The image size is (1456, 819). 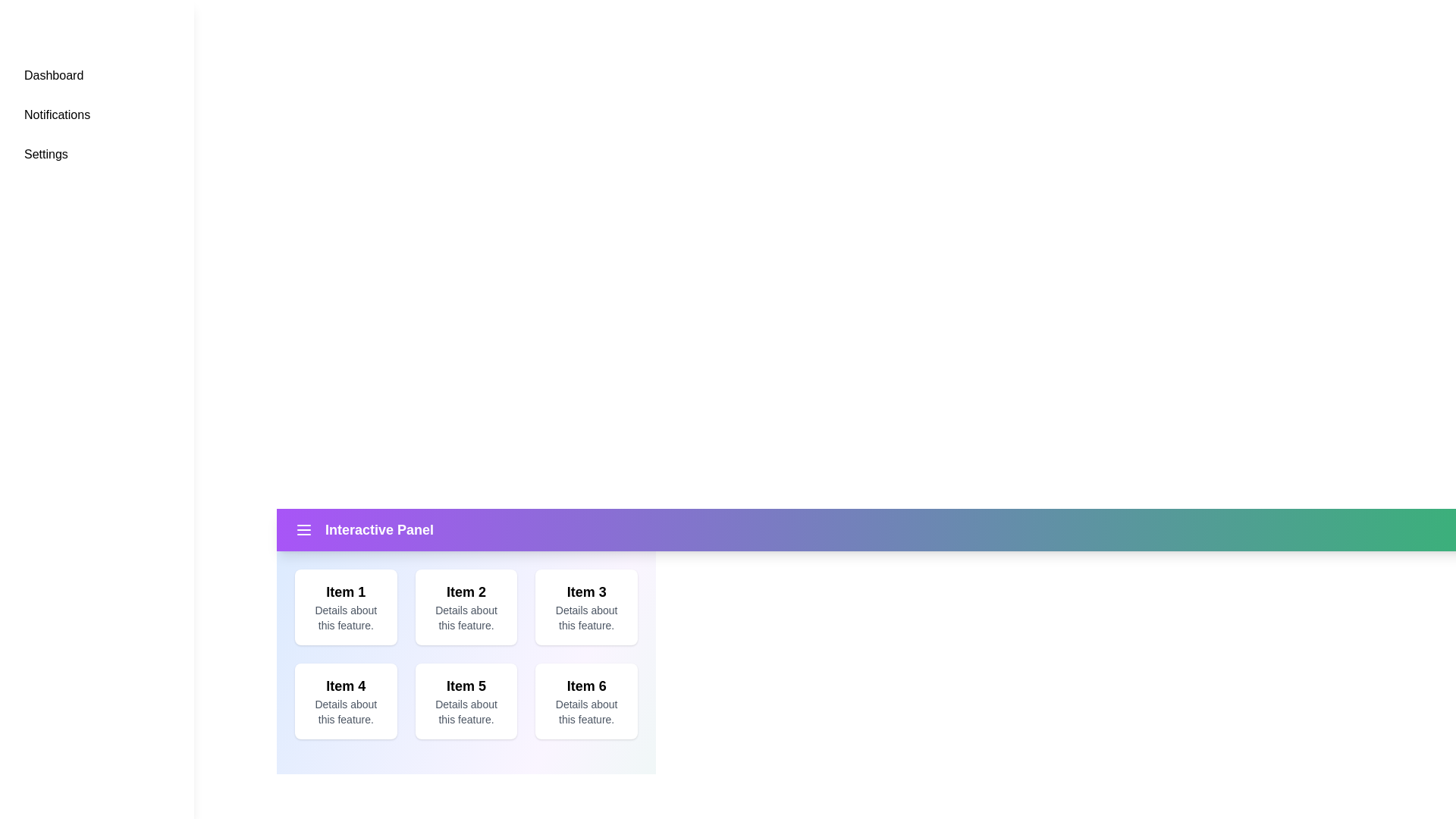 I want to click on properties of the clickable header element that combines a text label and a menu icon, located at the top left of the content area, so click(x=364, y=529).